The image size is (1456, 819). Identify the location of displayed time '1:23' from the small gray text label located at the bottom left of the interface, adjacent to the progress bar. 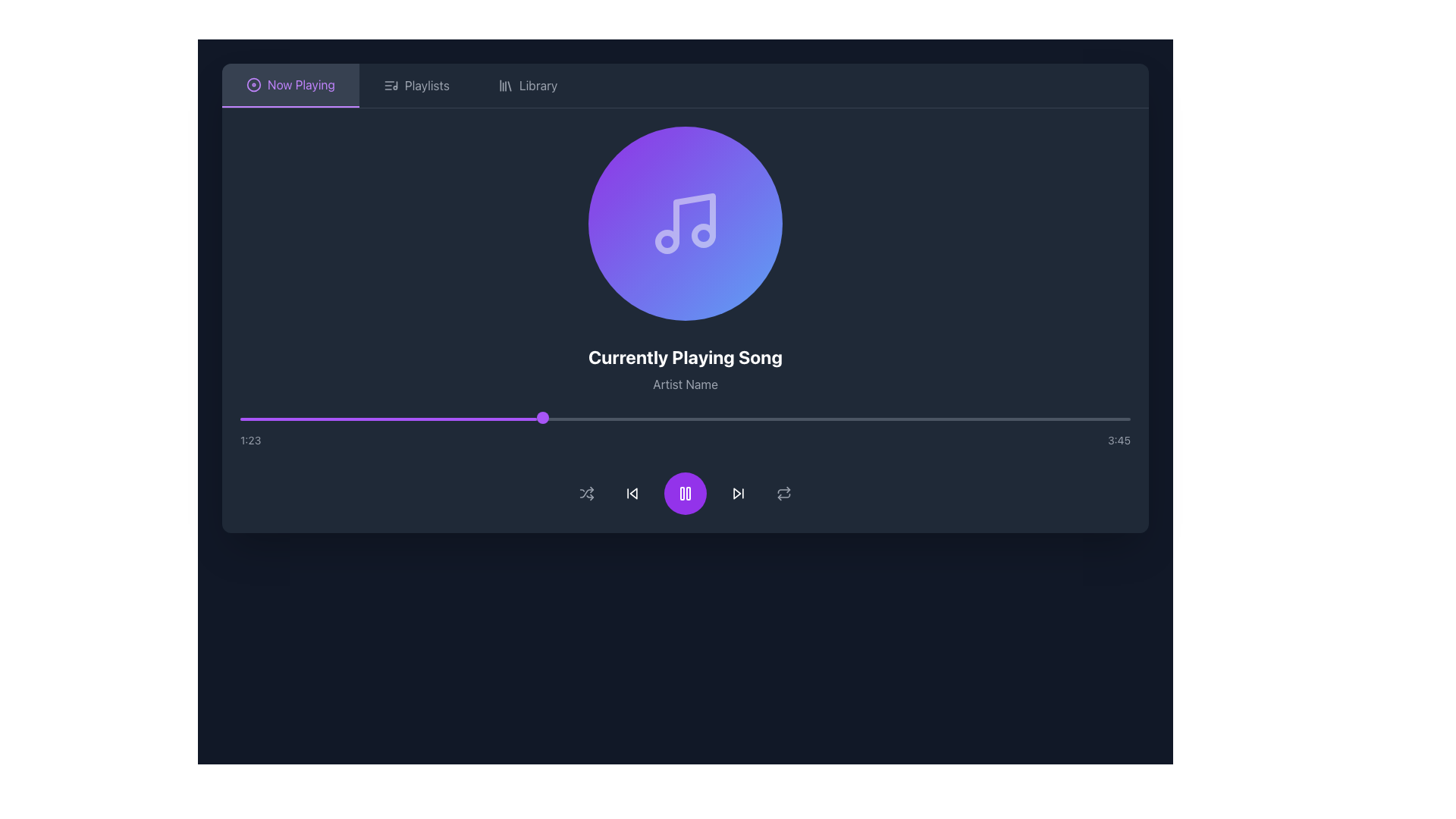
(250, 441).